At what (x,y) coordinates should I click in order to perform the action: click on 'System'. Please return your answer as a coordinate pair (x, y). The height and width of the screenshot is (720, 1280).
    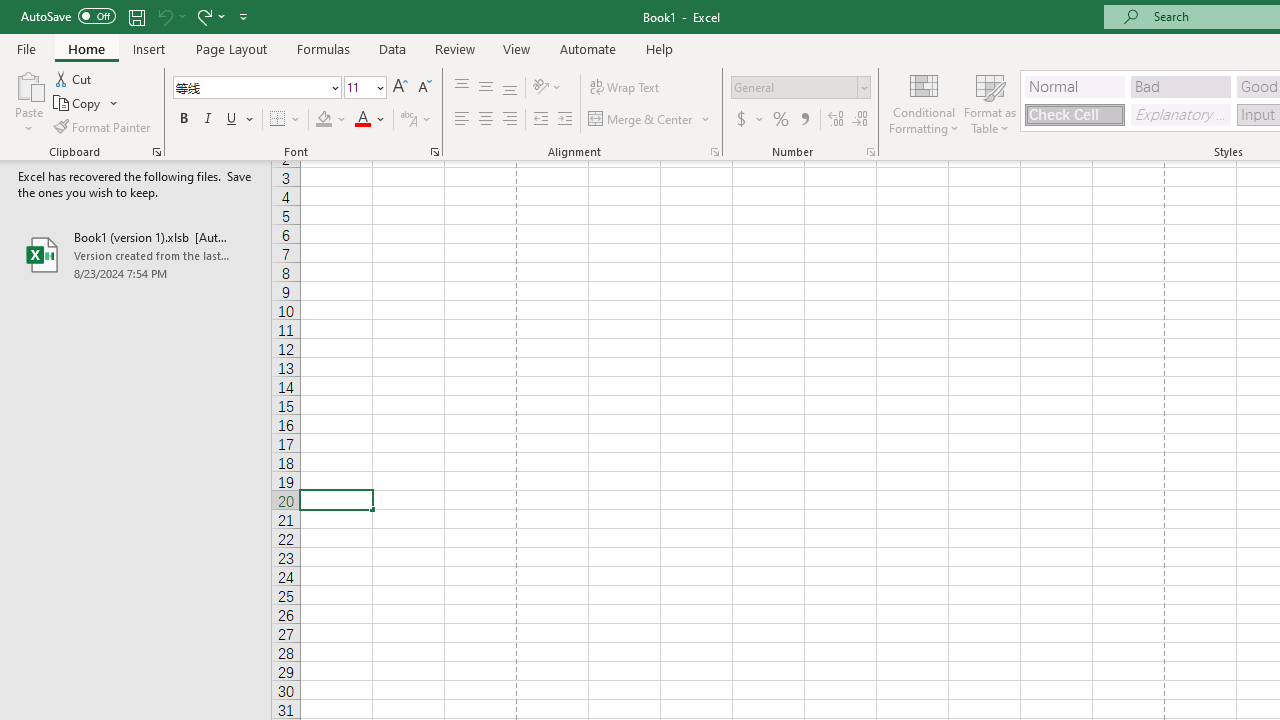
    Looking at the image, I should click on (10, 11).